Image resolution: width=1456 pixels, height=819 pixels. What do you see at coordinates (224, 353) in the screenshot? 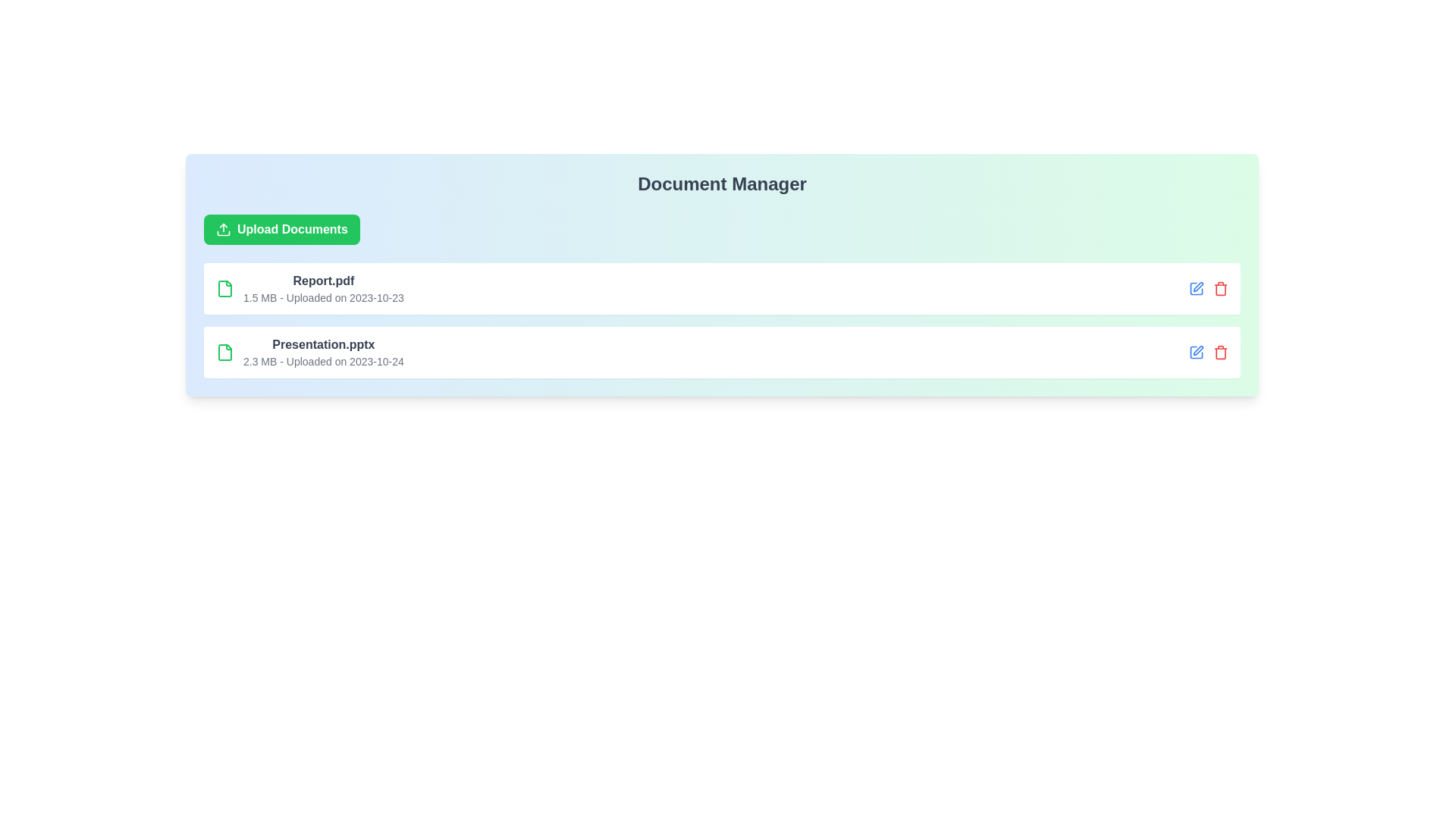
I see `the SVG document file icon, which is a medium green rectangular icon with a folded corner, located to the left of 'Presentation.pptx' in the document list` at bounding box center [224, 353].